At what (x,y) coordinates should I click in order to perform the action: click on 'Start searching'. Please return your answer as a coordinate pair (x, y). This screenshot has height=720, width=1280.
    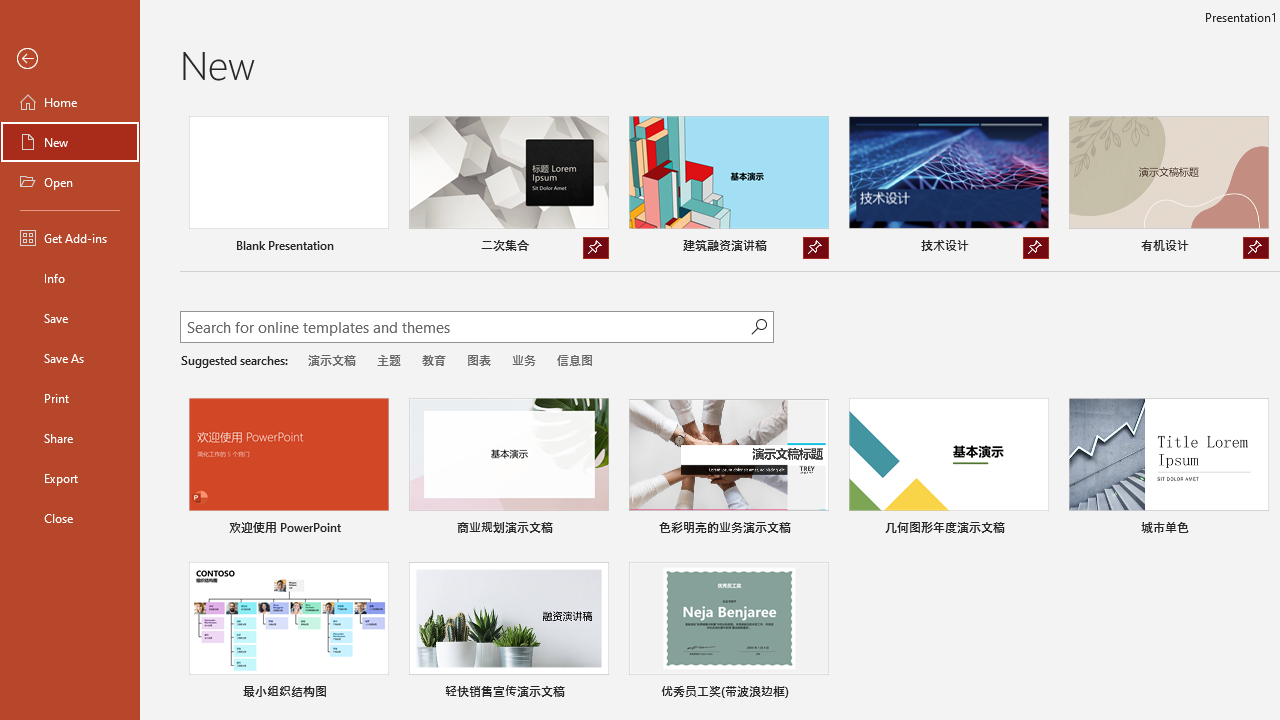
    Looking at the image, I should click on (758, 325).